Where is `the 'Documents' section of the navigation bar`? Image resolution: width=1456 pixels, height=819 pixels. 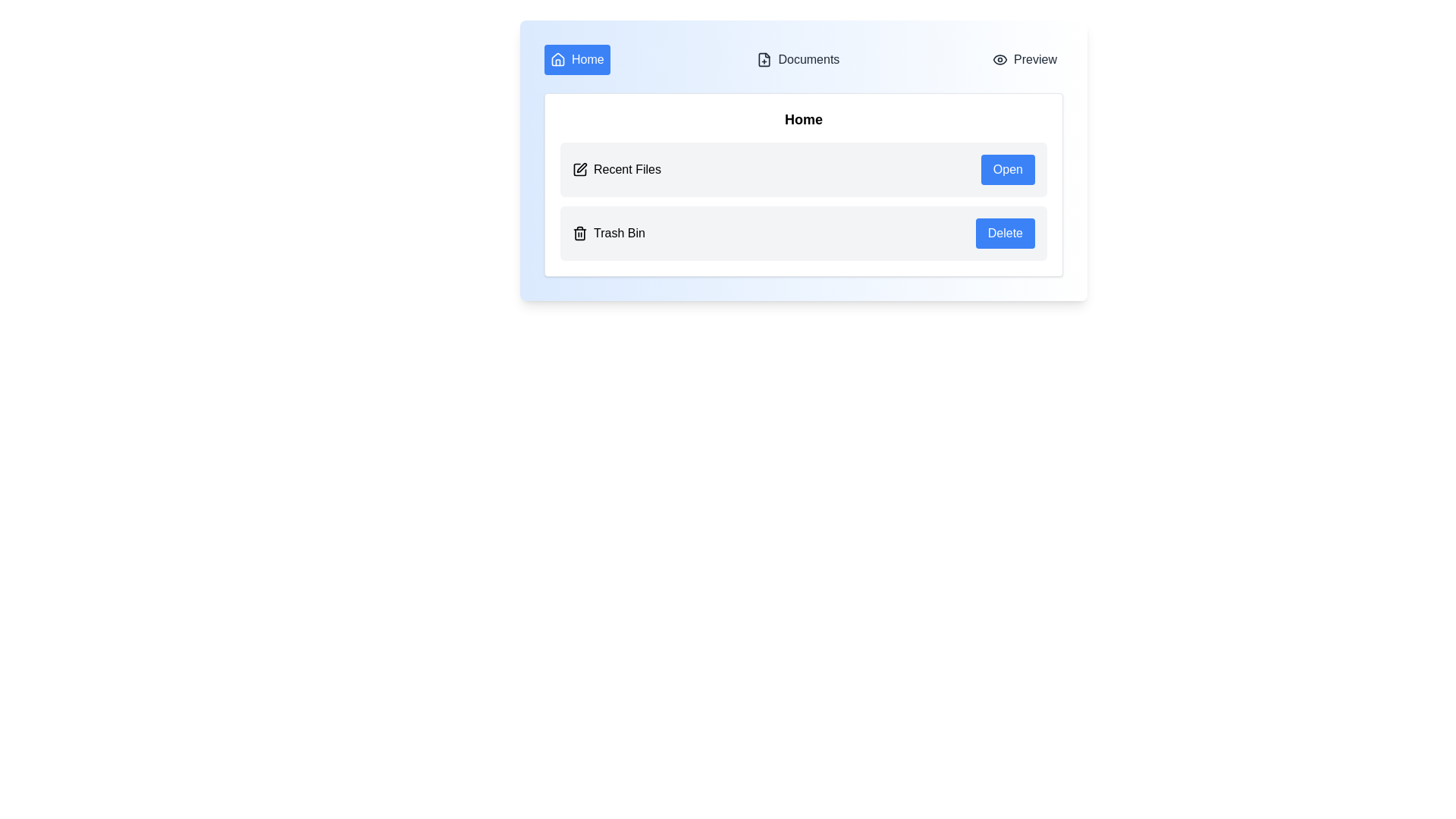
the 'Documents' section of the navigation bar is located at coordinates (803, 58).